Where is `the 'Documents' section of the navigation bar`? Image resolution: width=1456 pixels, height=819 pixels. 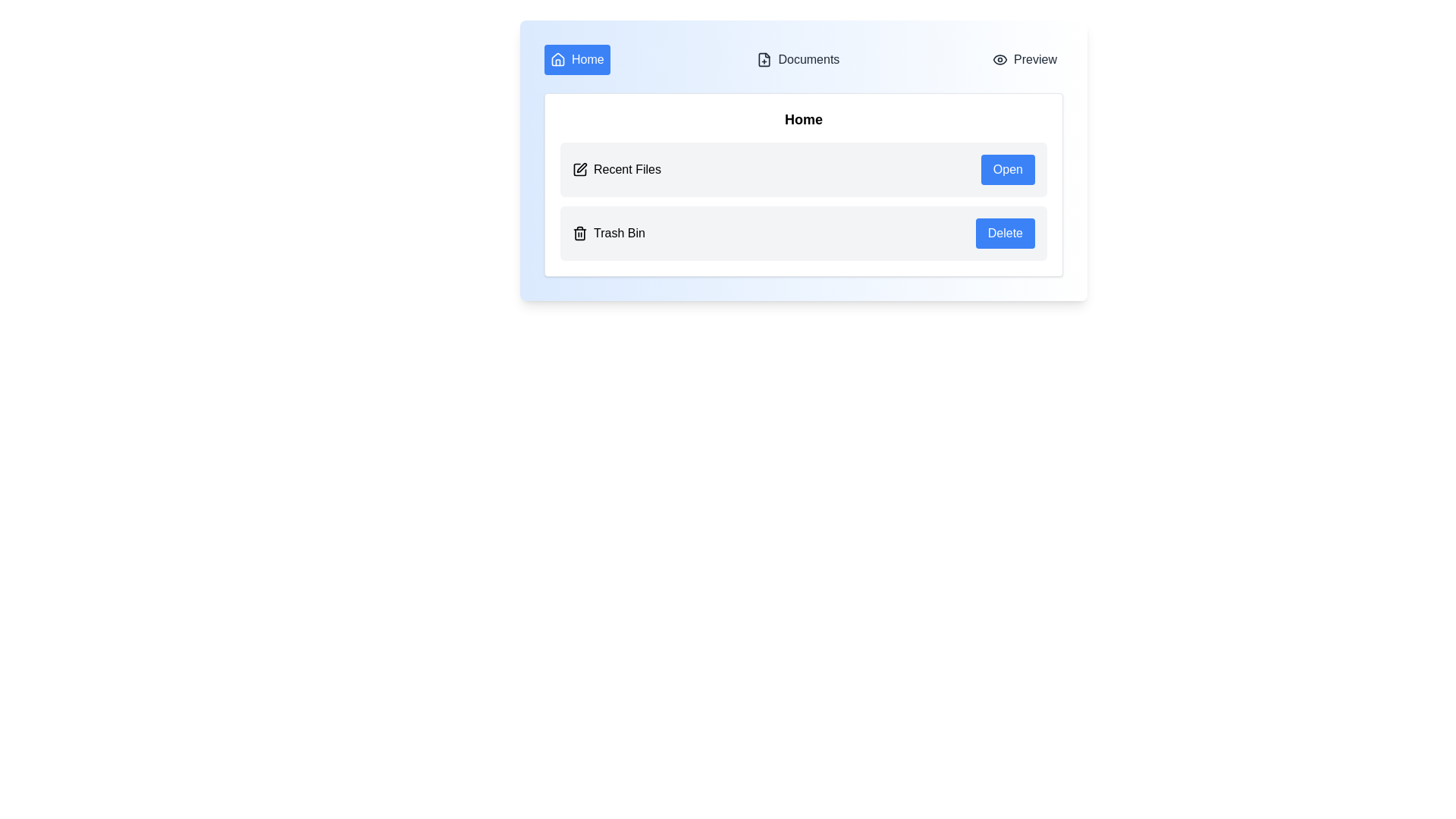
the 'Documents' section of the navigation bar is located at coordinates (803, 58).